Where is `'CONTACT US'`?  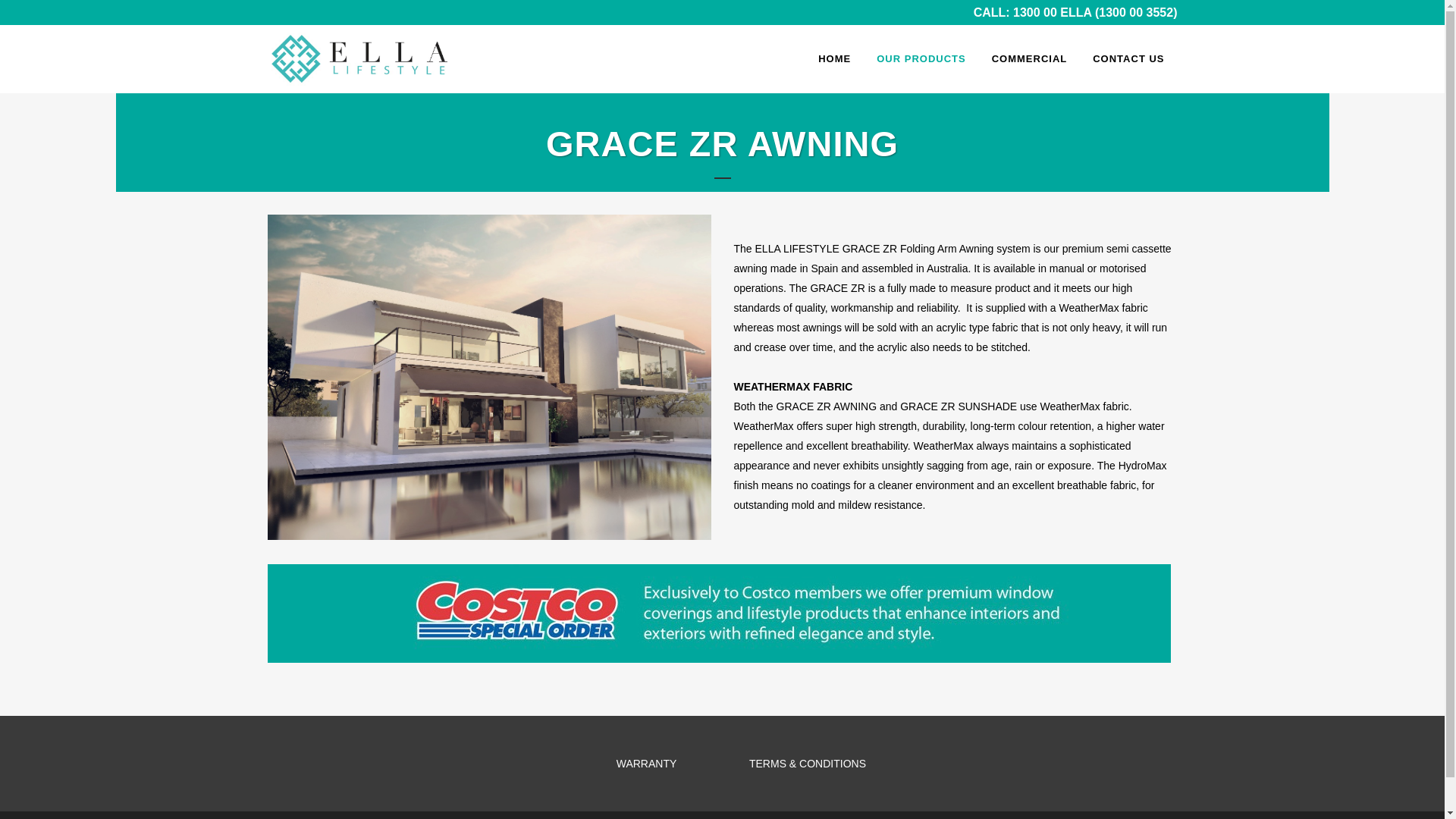
'CONTACT US' is located at coordinates (1079, 58).